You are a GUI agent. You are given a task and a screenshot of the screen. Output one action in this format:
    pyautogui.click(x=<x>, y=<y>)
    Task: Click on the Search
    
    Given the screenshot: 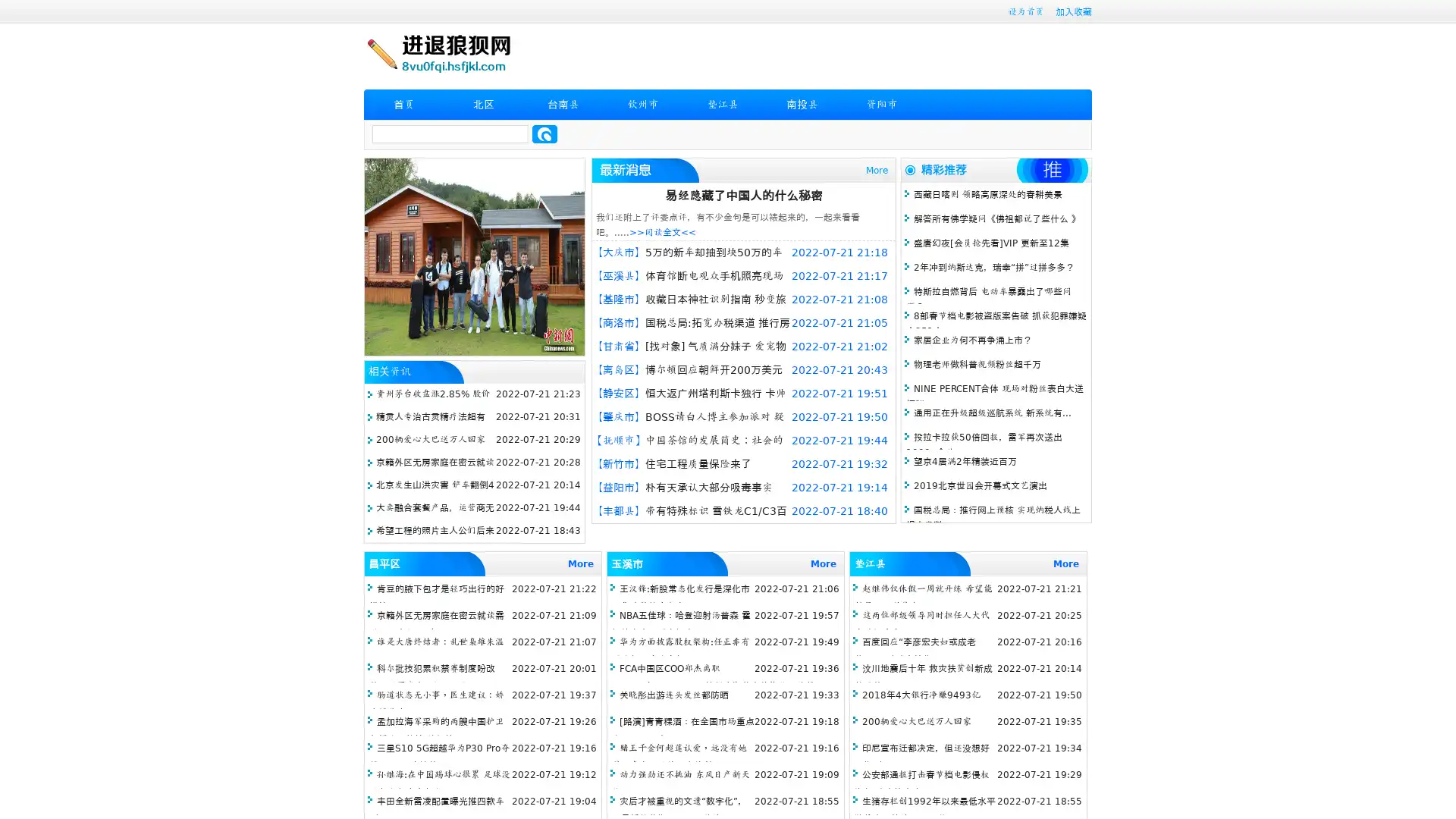 What is the action you would take?
    pyautogui.click(x=544, y=133)
    